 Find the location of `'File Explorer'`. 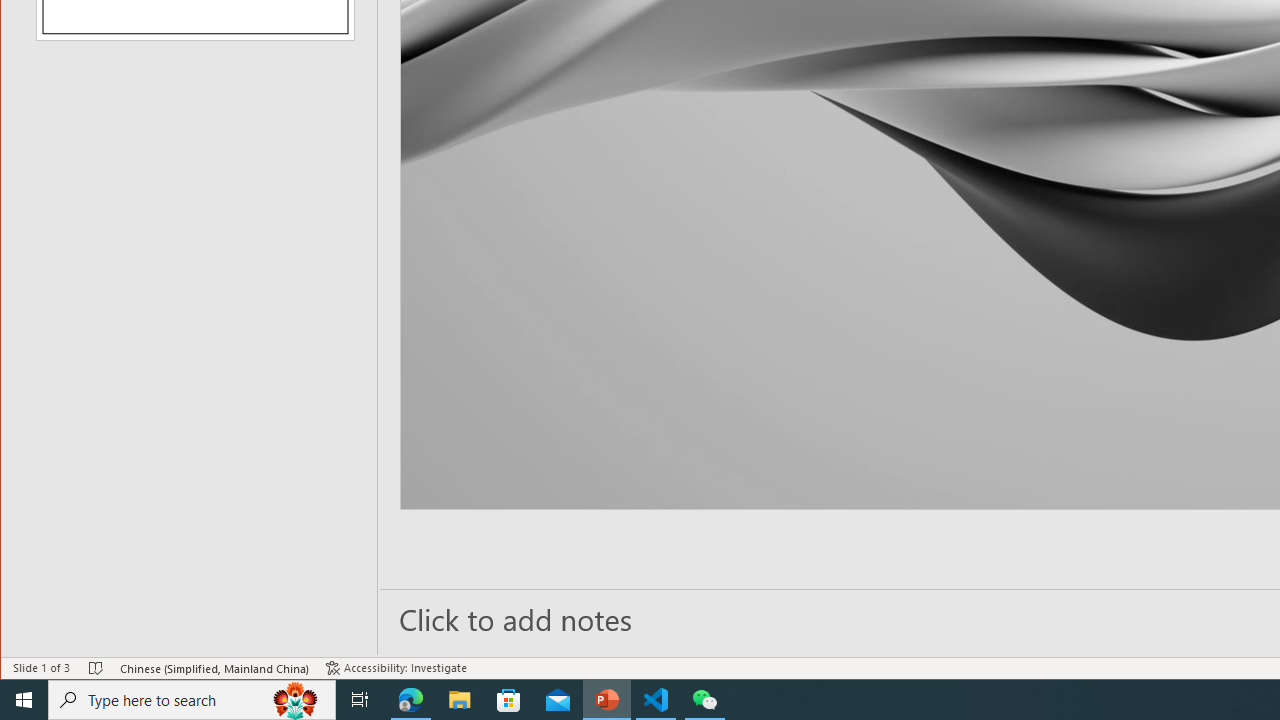

'File Explorer' is located at coordinates (459, 698).